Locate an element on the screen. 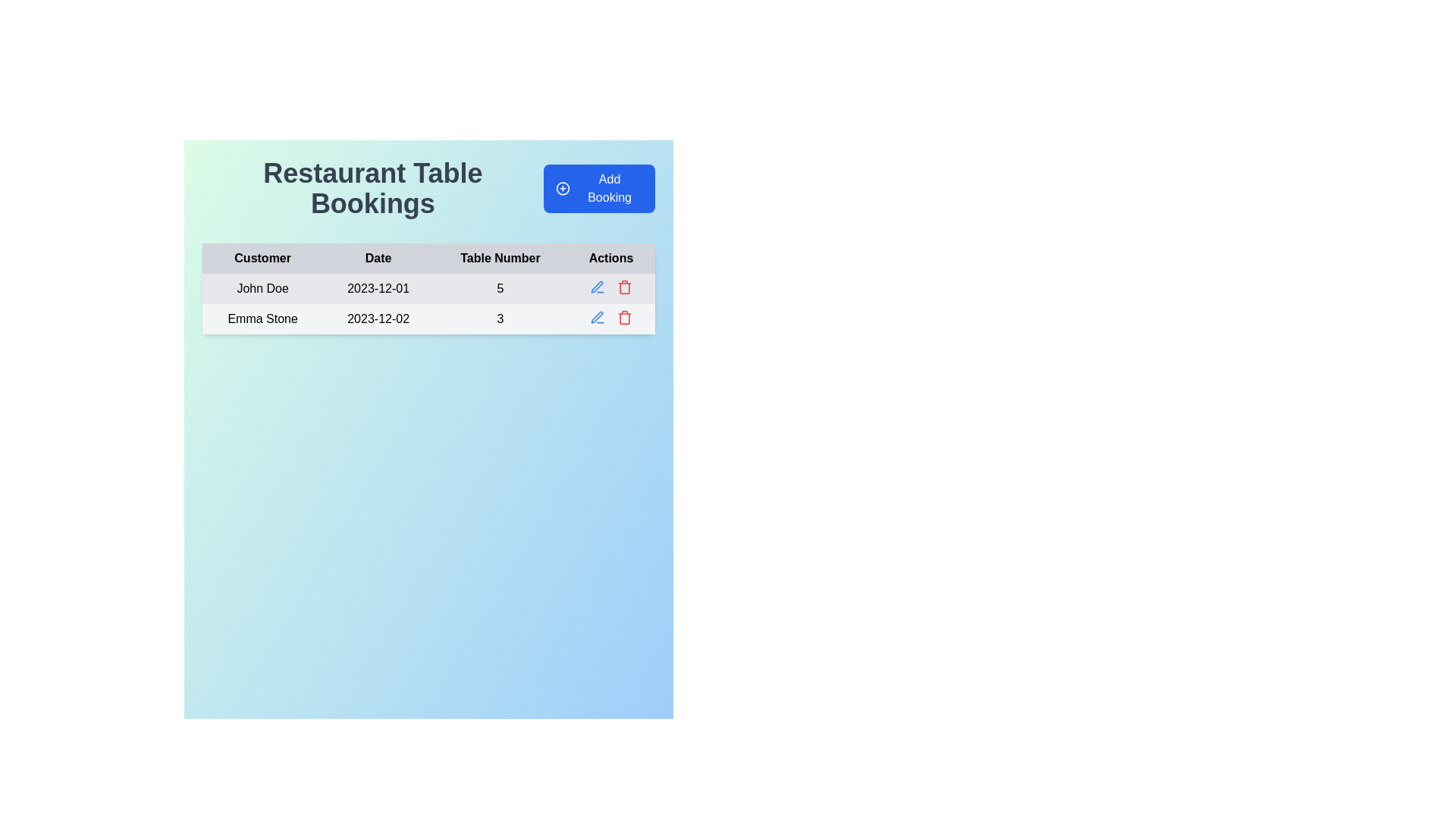 This screenshot has height=819, width=1456. the 'Table Number' header label in the table, which is positioned between the 'Date' and 'Actions' headers is located at coordinates (500, 257).